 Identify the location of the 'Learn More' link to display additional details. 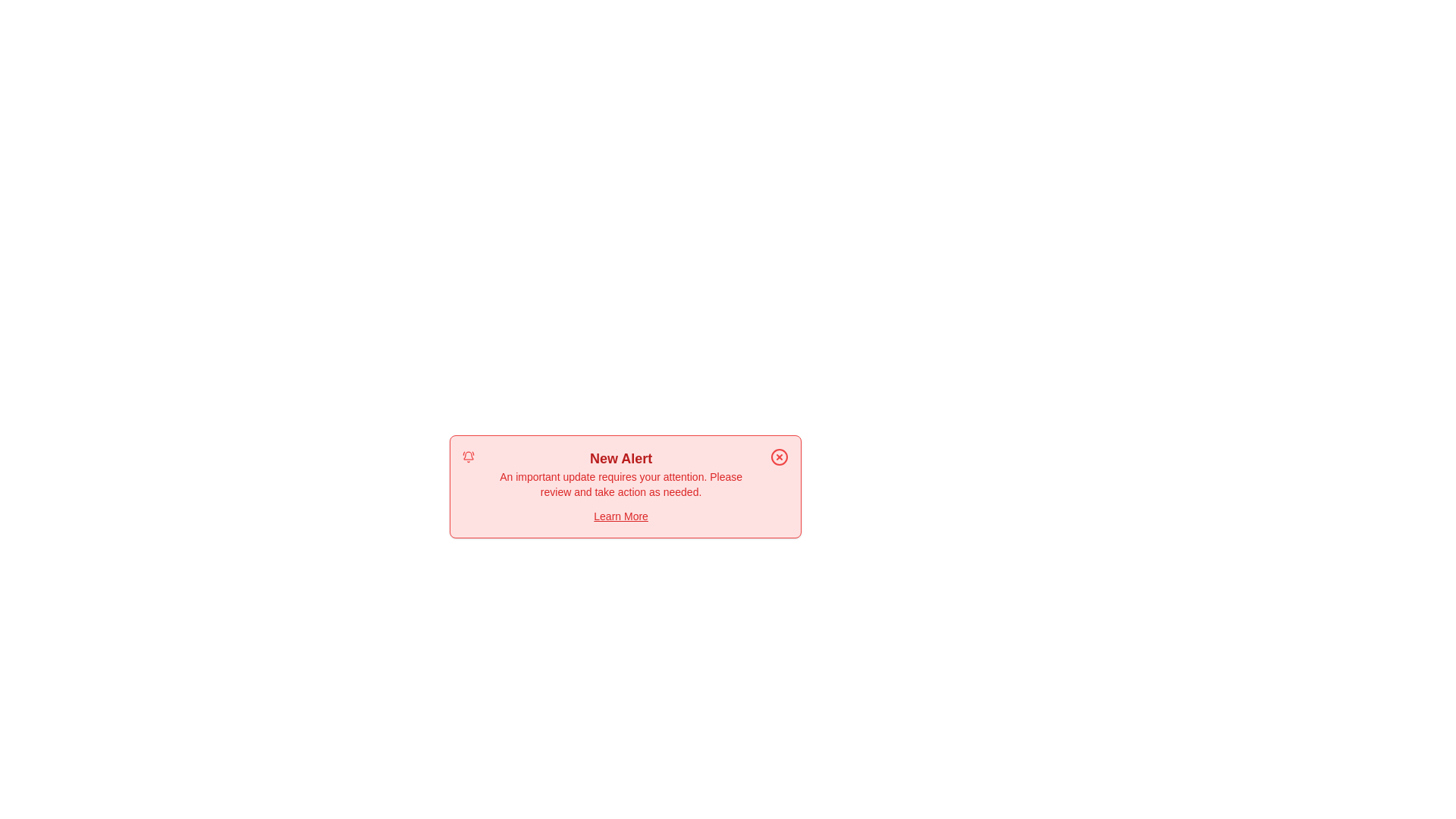
(621, 516).